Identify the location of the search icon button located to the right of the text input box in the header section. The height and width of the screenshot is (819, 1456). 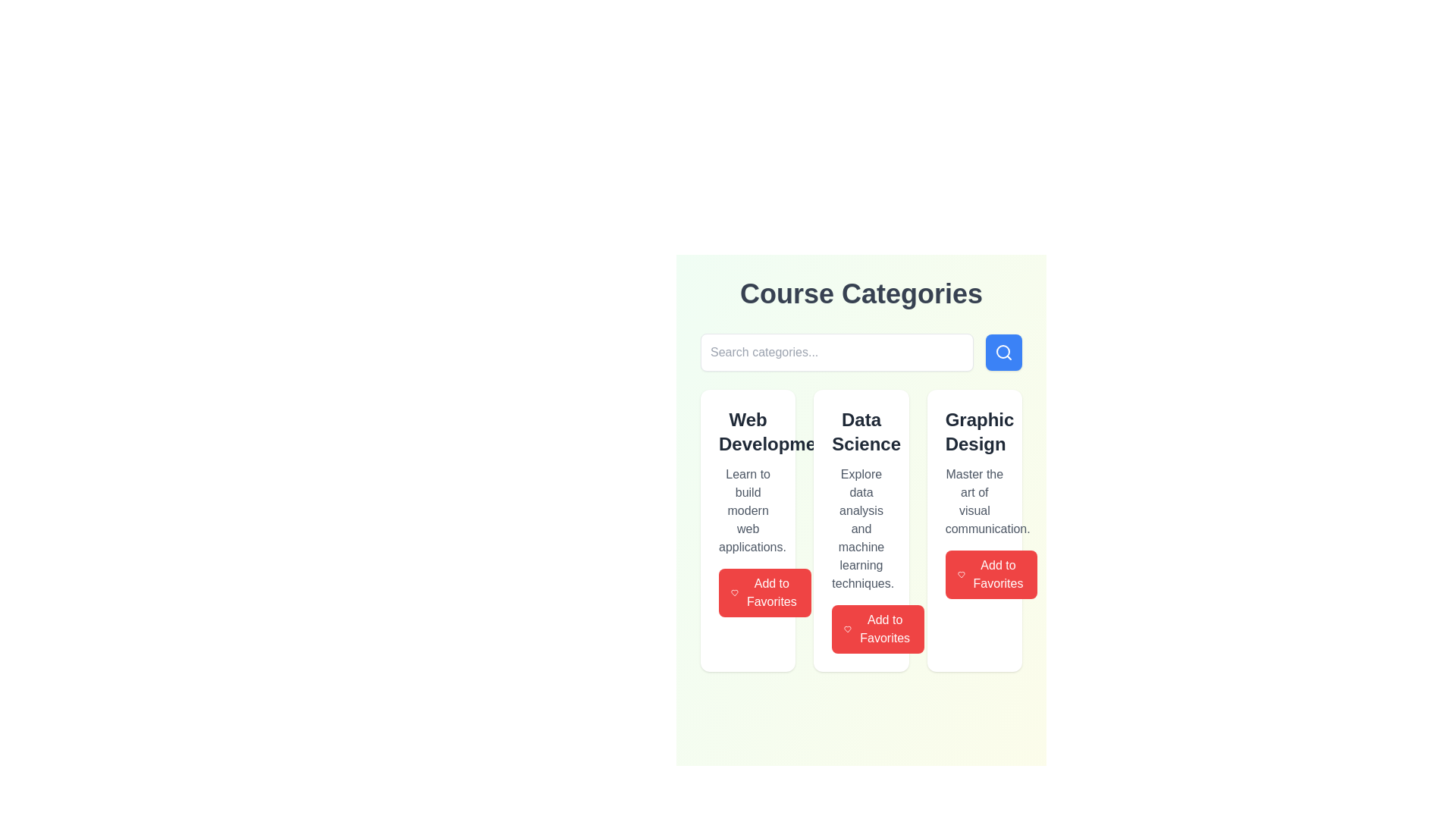
(1004, 353).